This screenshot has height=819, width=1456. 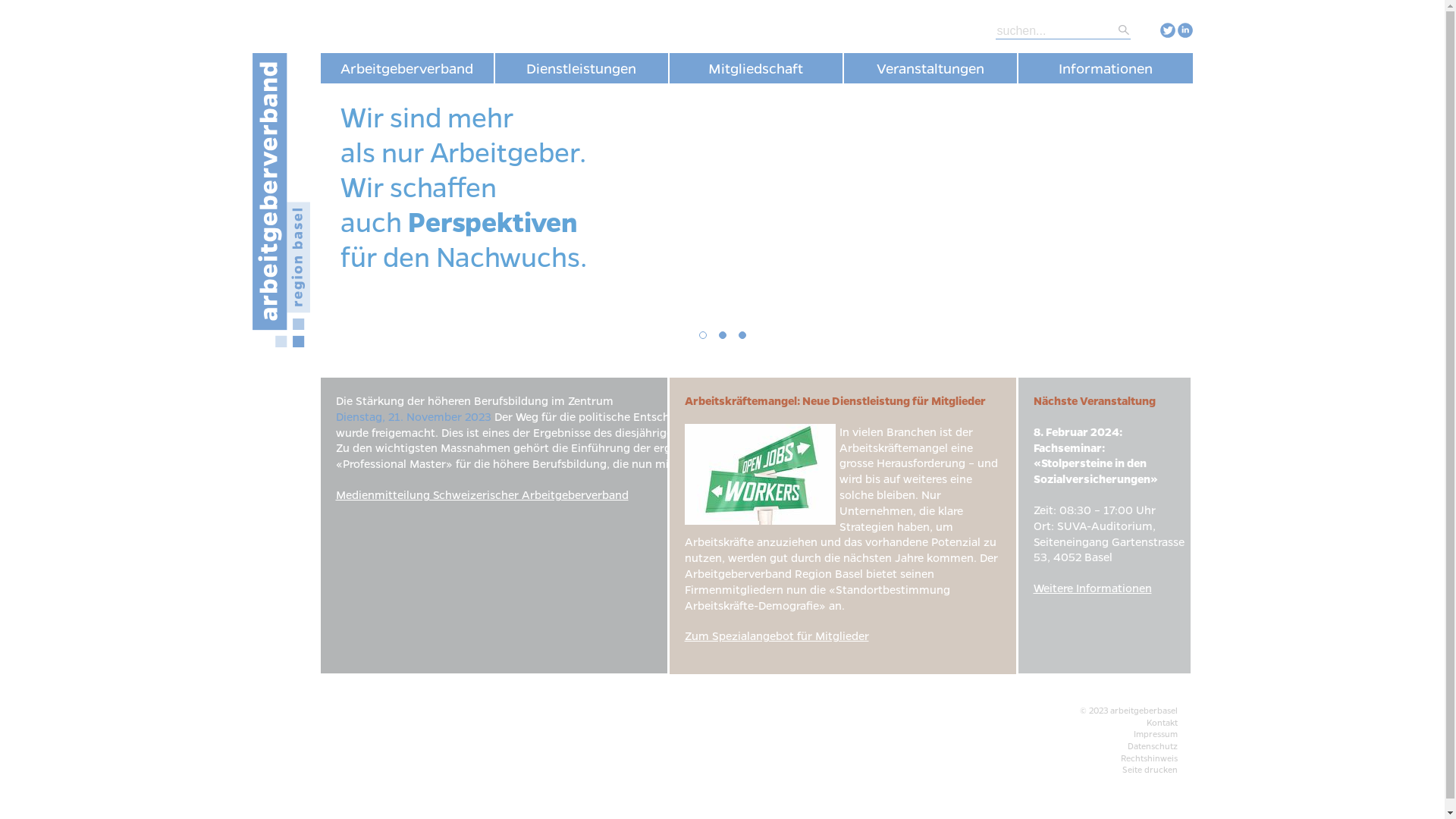 I want to click on 'Medienmitteilung Schweizerischer Arbeitgeberverband', so click(x=480, y=494).